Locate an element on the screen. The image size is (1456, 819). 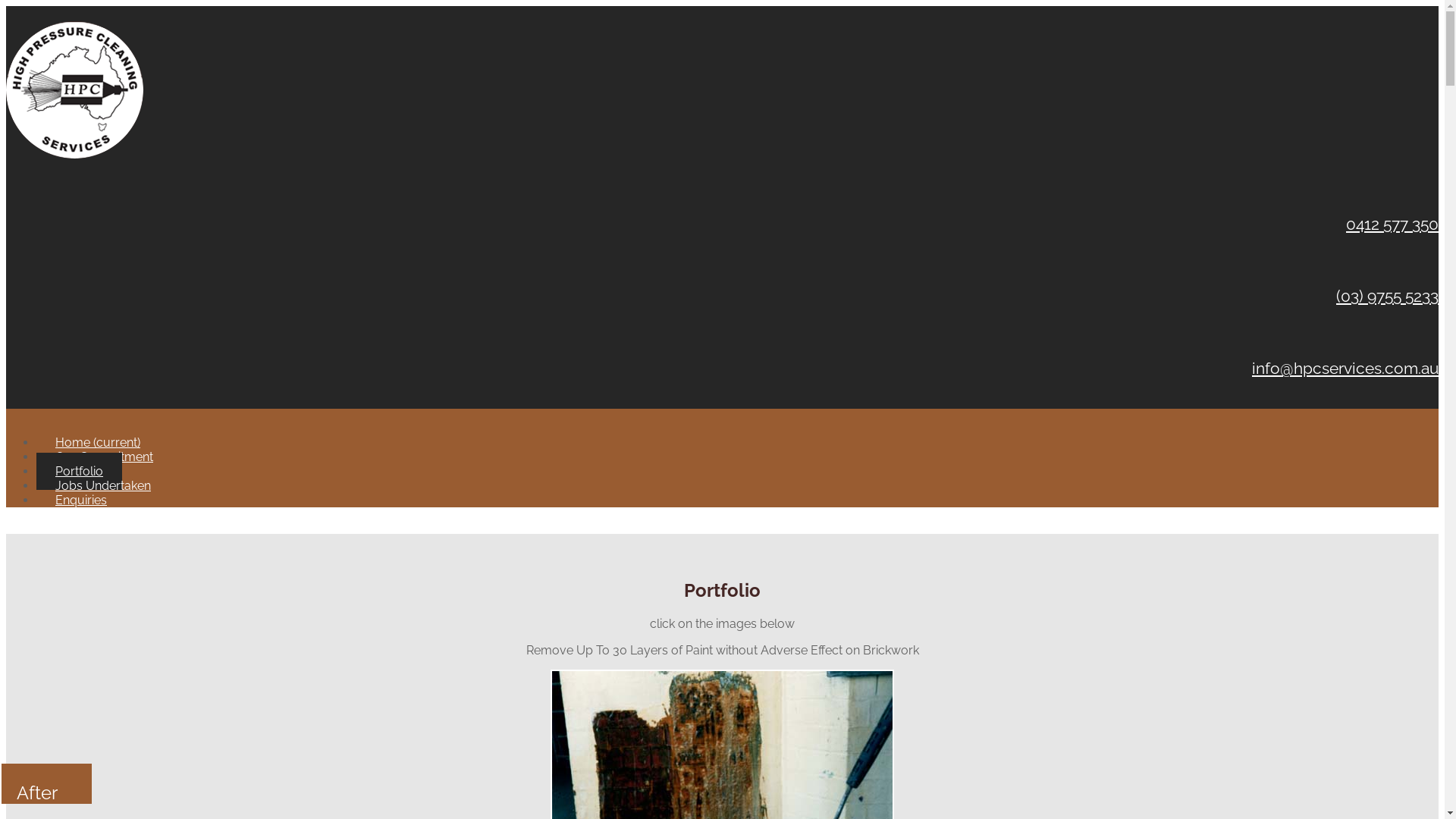
'(03) 9755 5233' is located at coordinates (1387, 296).